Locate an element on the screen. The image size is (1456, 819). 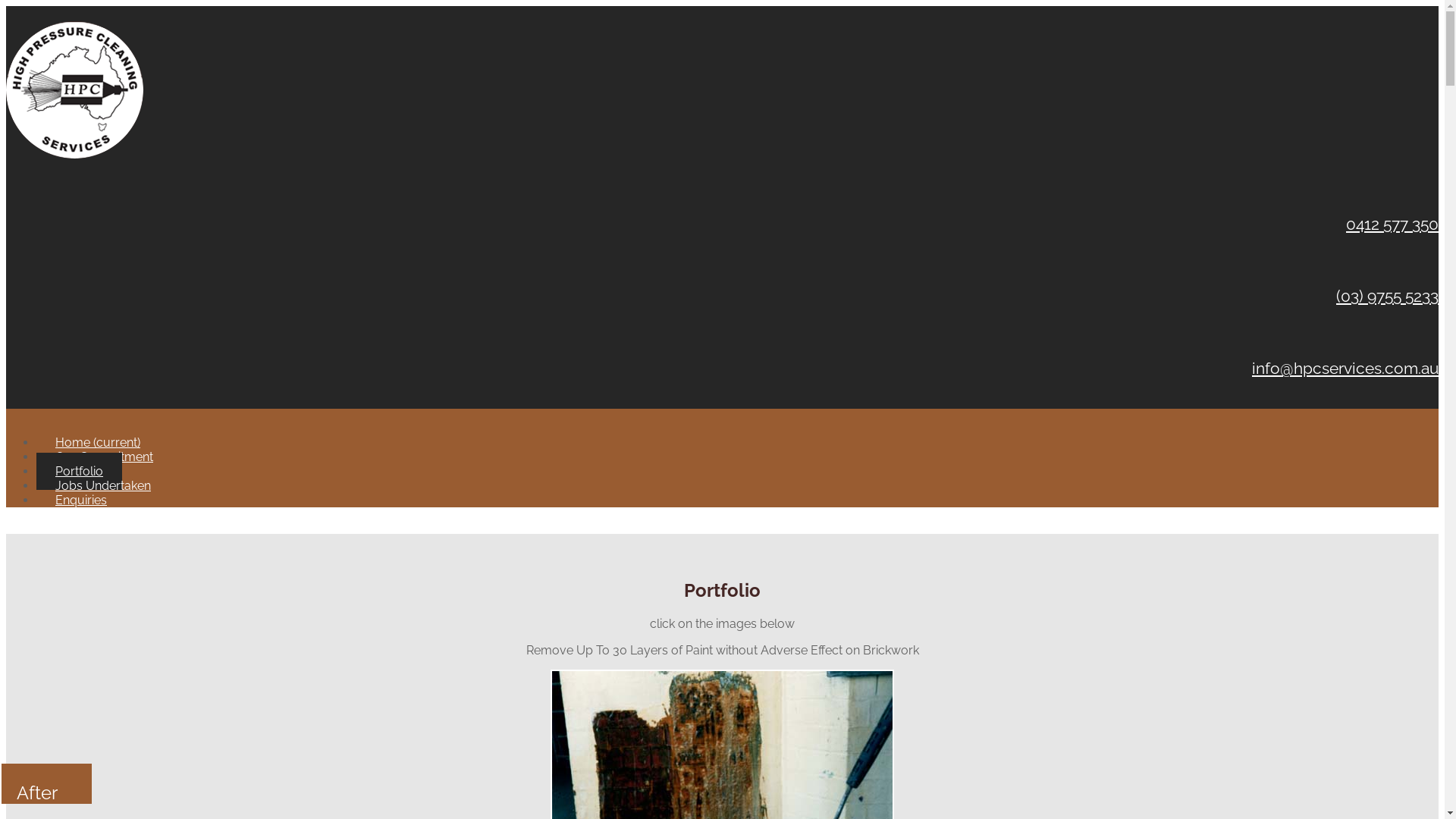
'(03) 9755 5233' is located at coordinates (1387, 296).